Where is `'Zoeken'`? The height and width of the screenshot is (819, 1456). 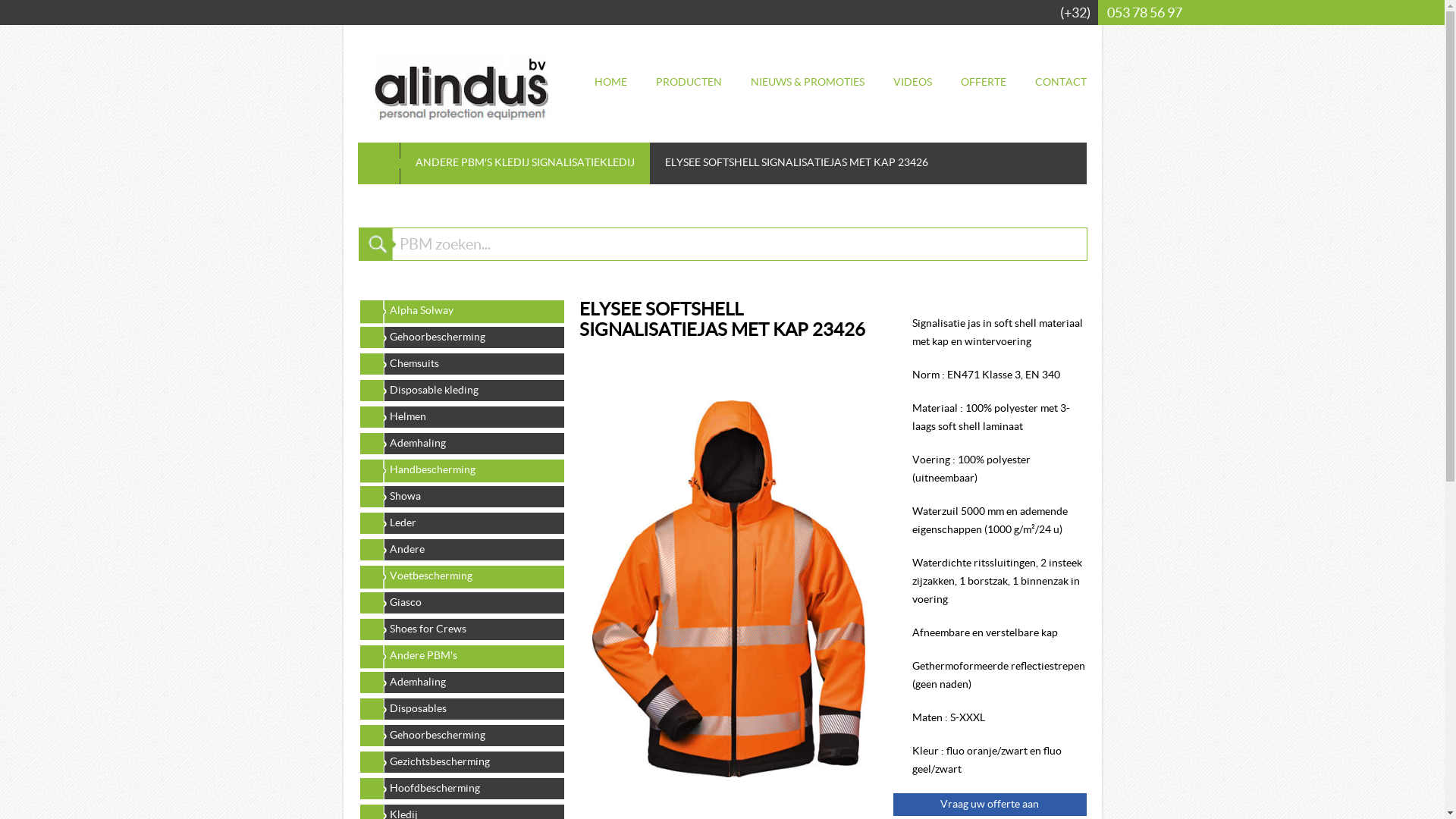 'Zoeken' is located at coordinates (356, 243).